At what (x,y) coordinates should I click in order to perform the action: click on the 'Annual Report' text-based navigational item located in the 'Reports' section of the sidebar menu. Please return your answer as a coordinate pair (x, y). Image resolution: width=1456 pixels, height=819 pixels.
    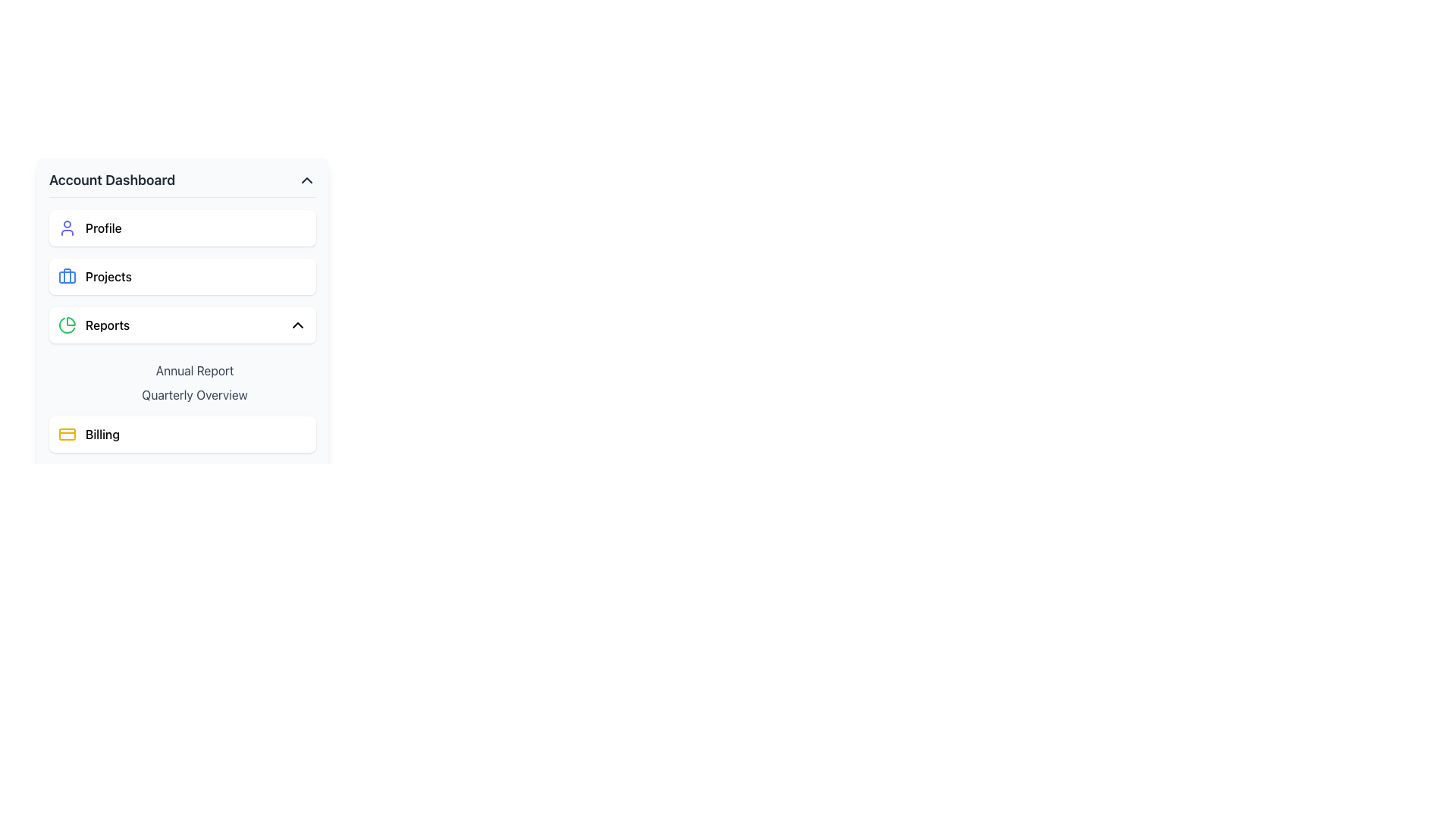
    Looking at the image, I should click on (182, 379).